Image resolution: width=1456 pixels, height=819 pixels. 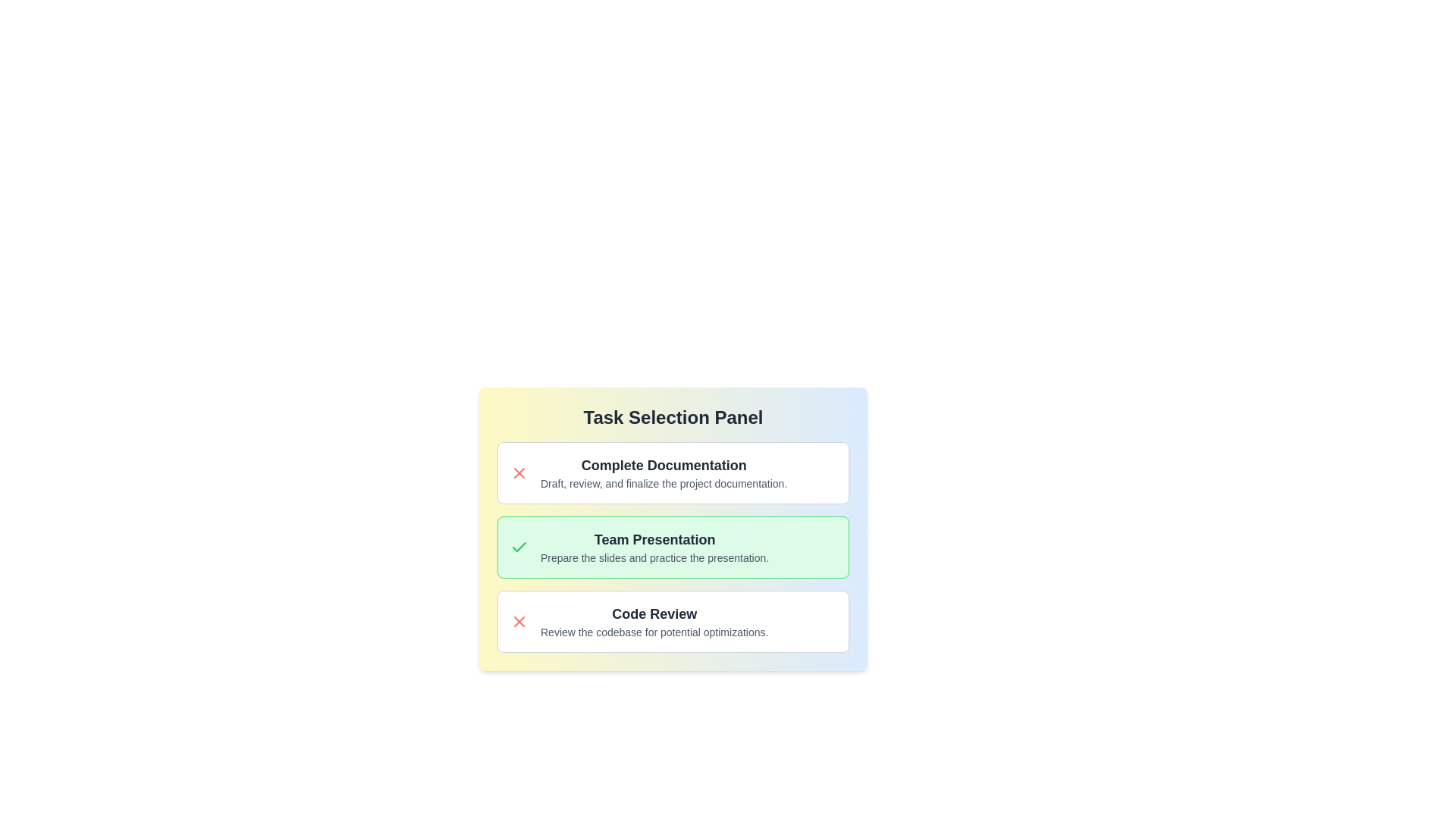 What do you see at coordinates (673, 547) in the screenshot?
I see `the second card in the Task Selection Panel` at bounding box center [673, 547].